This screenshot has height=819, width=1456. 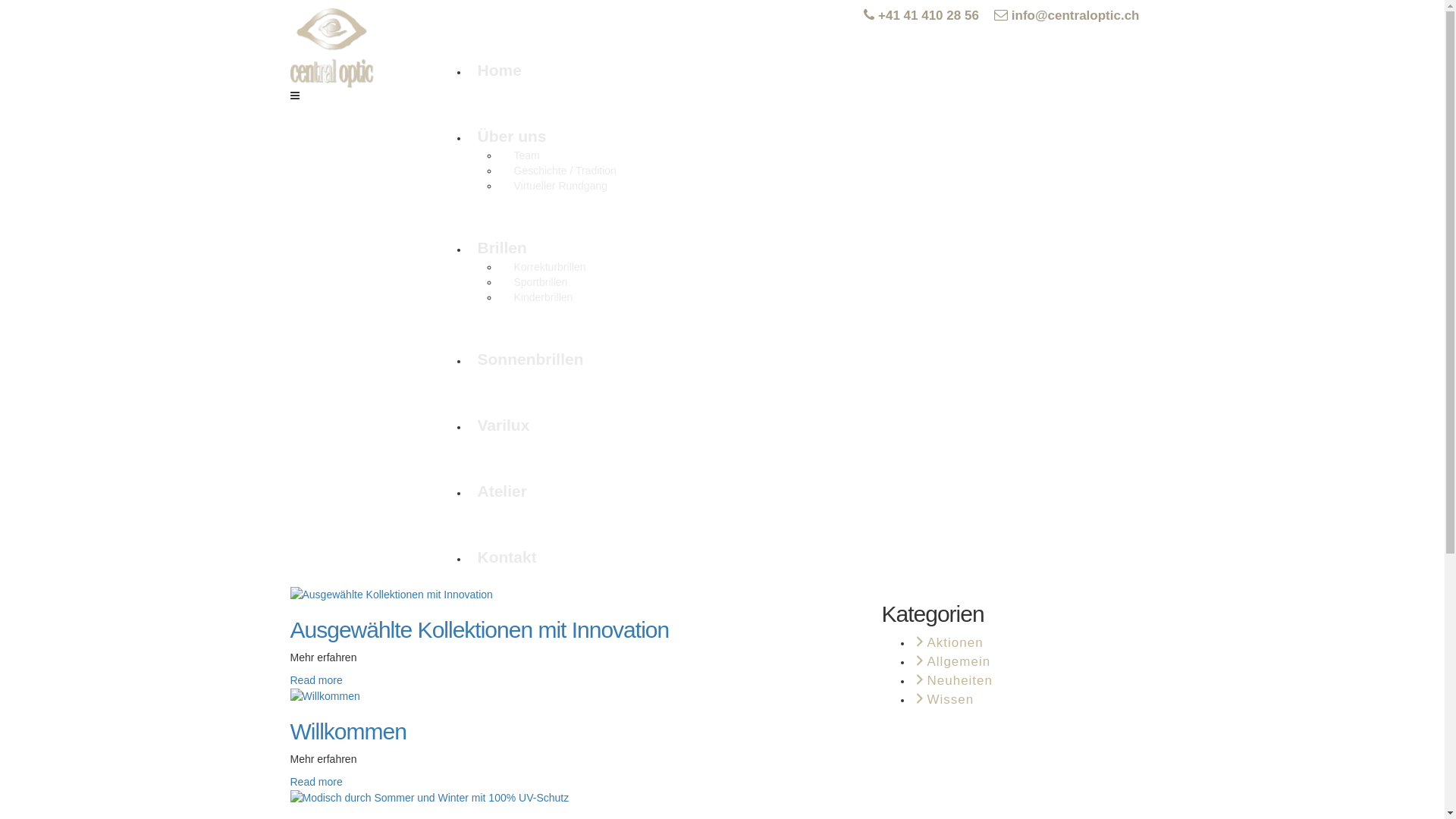 I want to click on 'Kinderbrillen', so click(x=543, y=297).